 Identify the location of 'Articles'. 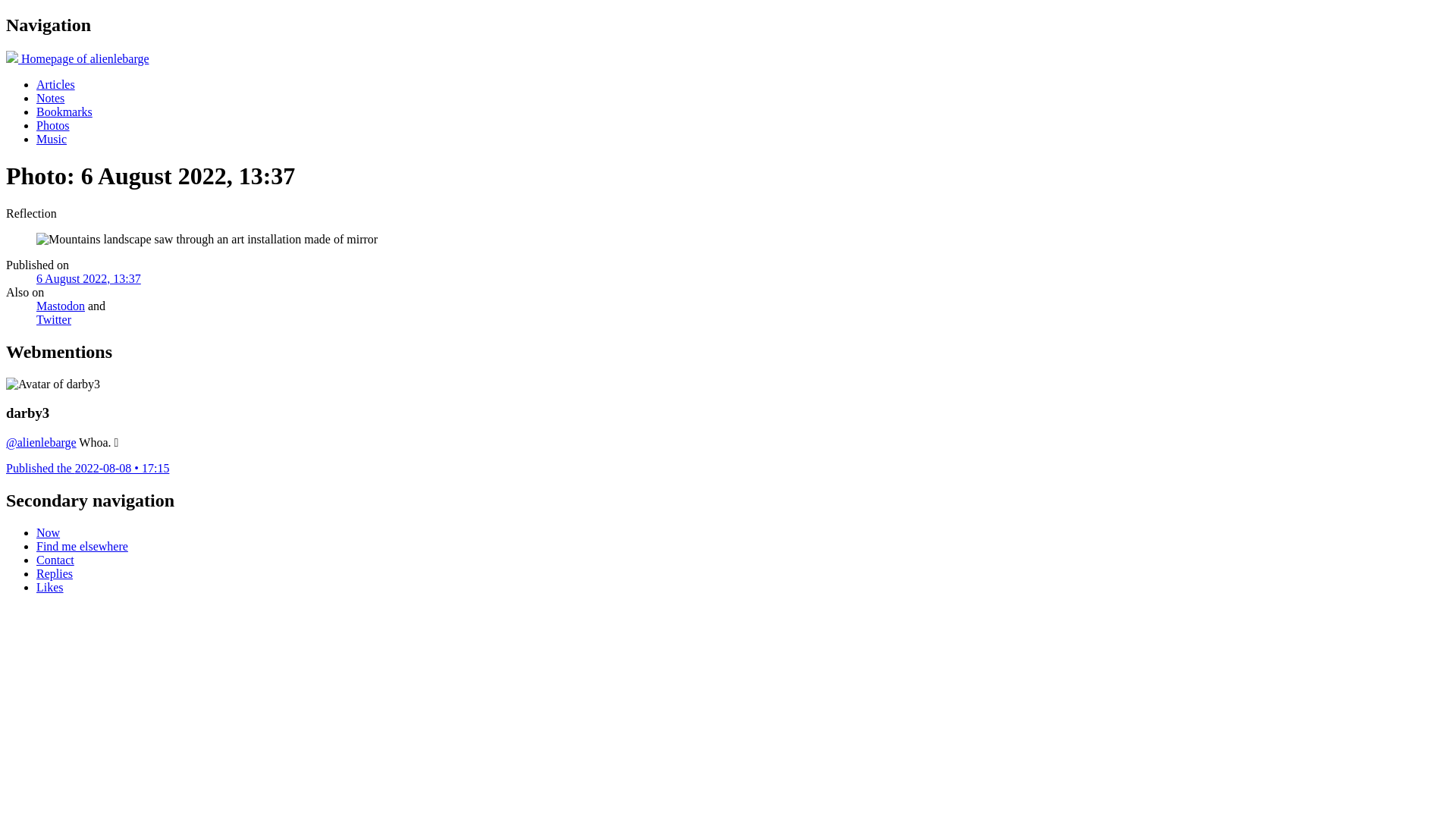
(55, 84).